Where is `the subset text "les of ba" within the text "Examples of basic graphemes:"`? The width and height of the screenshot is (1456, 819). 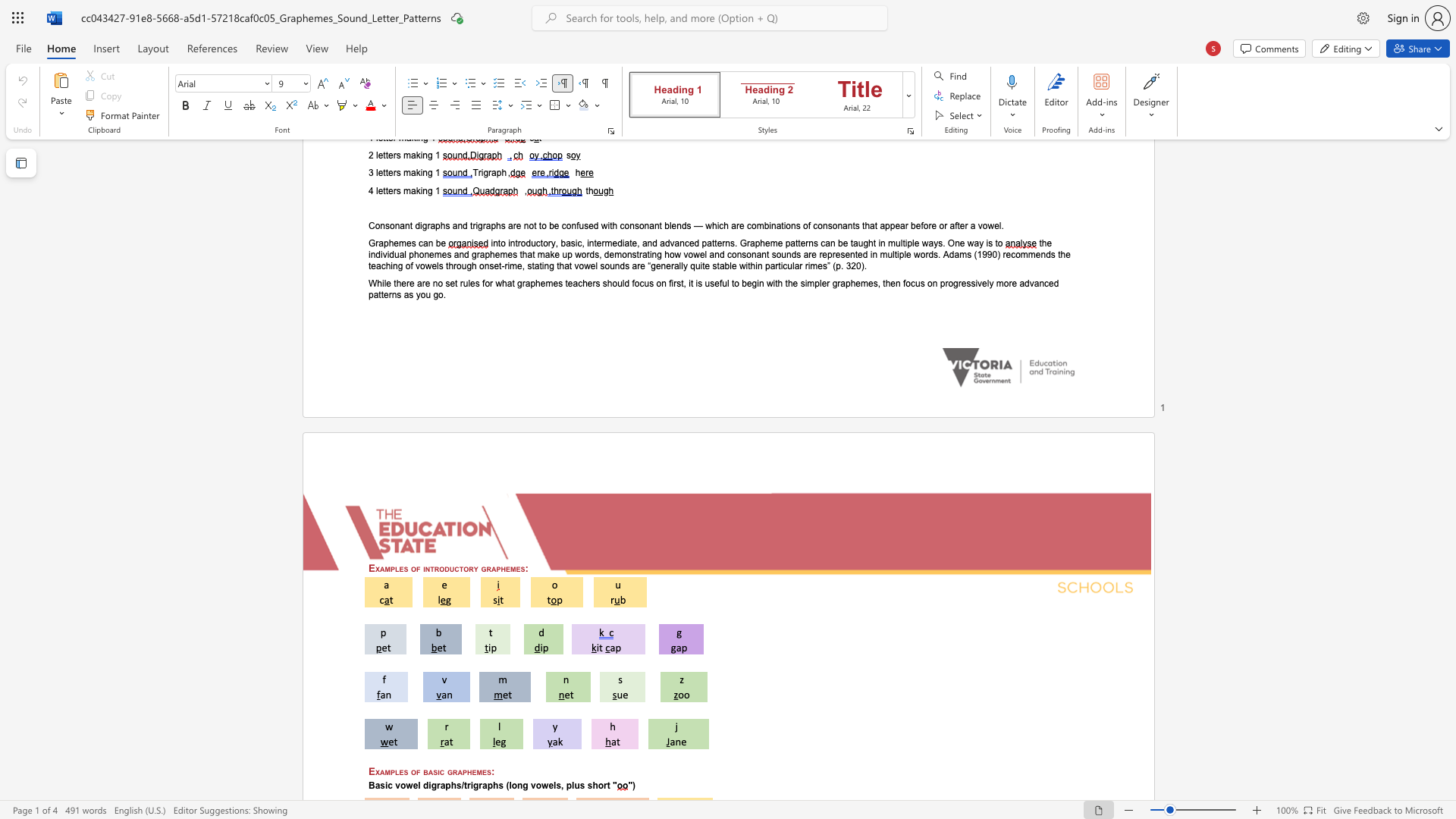 the subset text "les of ba" within the text "Examples of basic graphemes:" is located at coordinates (394, 771).